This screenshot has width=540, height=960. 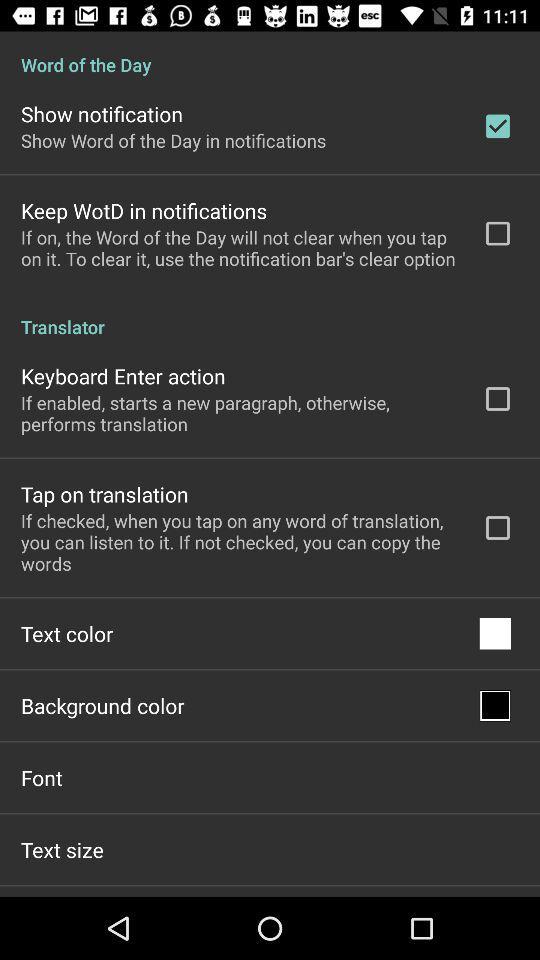 I want to click on app below if checked when app, so click(x=67, y=632).